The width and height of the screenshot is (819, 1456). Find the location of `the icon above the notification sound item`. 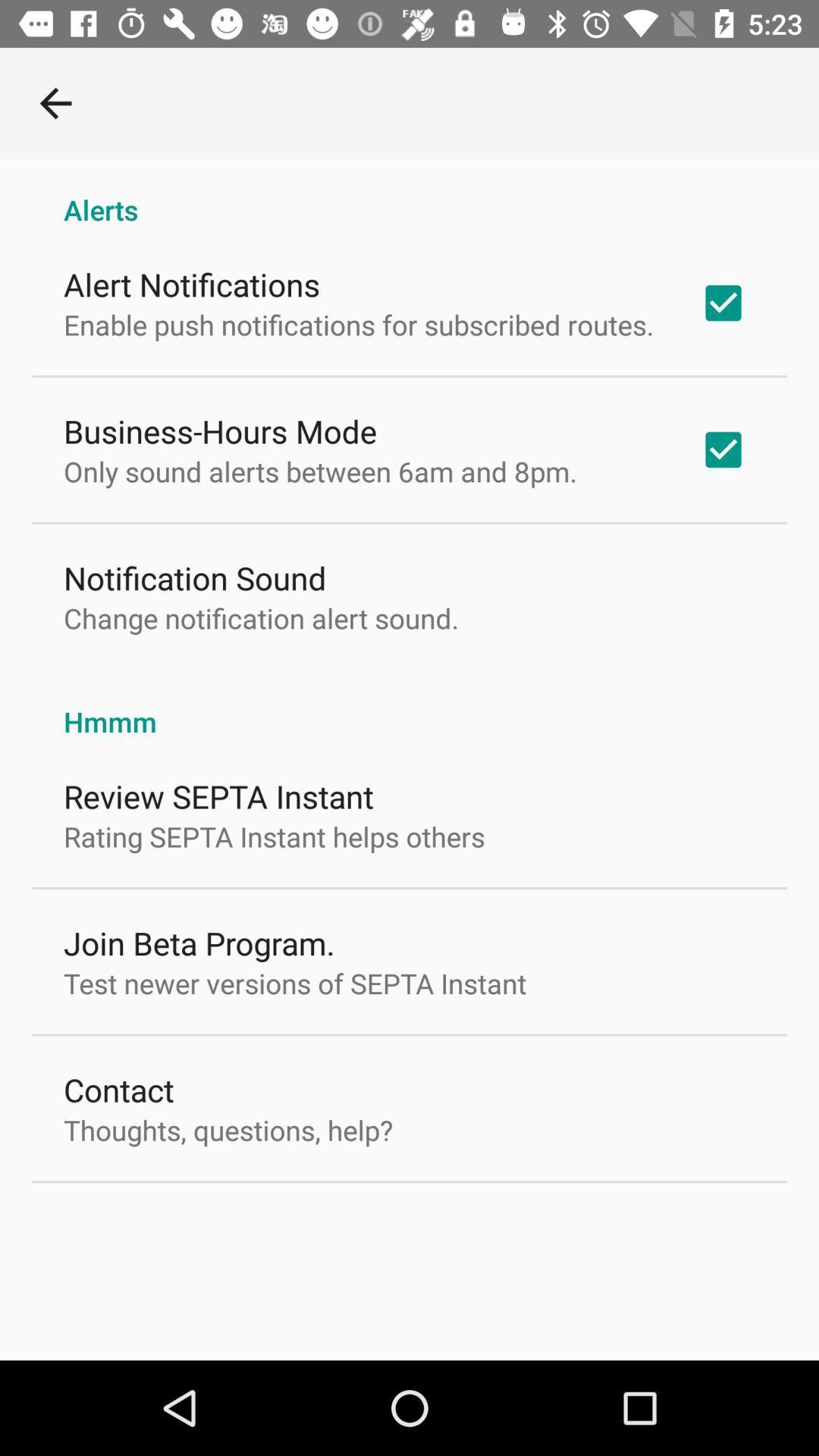

the icon above the notification sound item is located at coordinates (319, 470).